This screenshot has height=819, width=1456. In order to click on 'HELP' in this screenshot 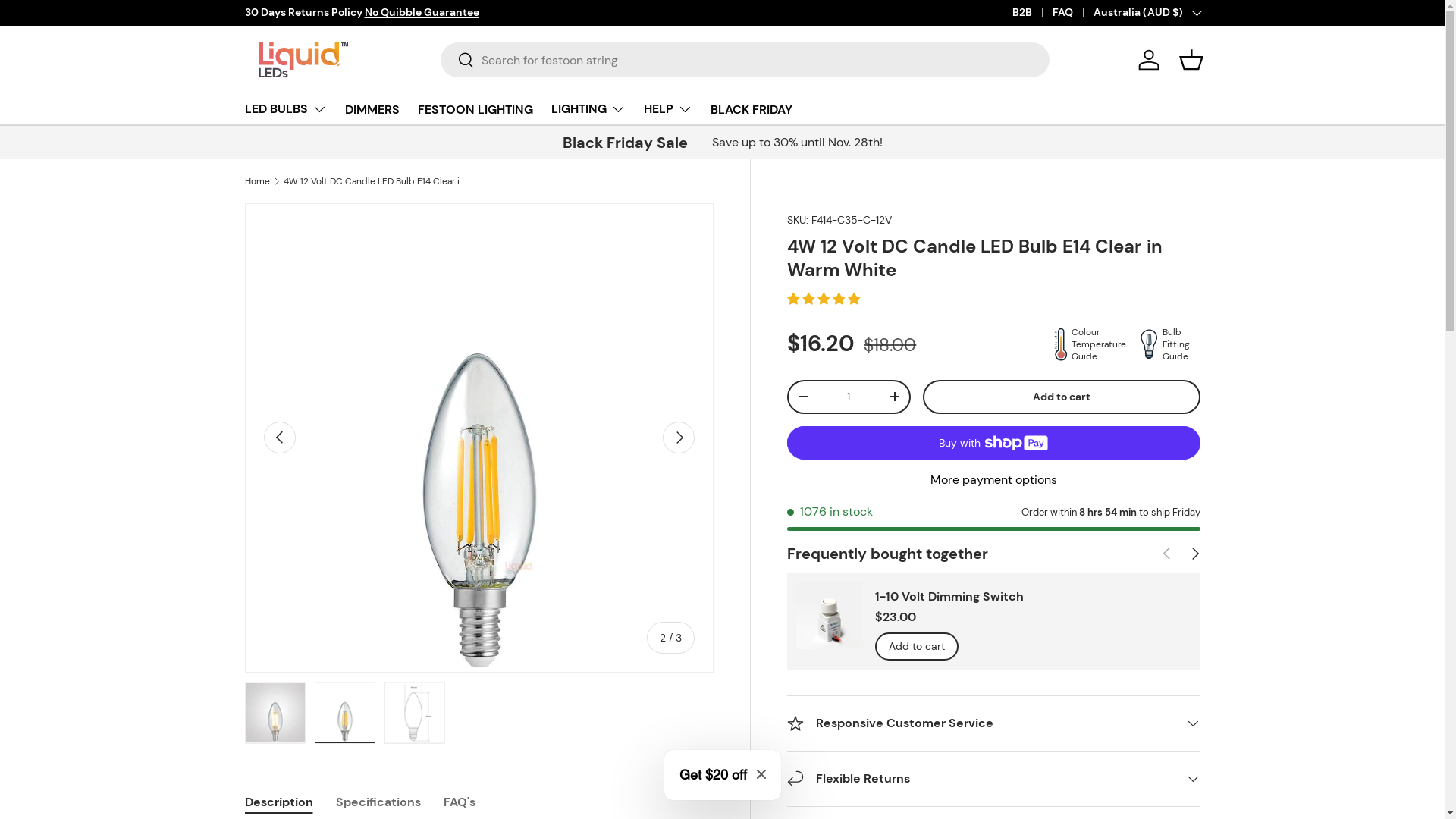, I will do `click(667, 108)`.